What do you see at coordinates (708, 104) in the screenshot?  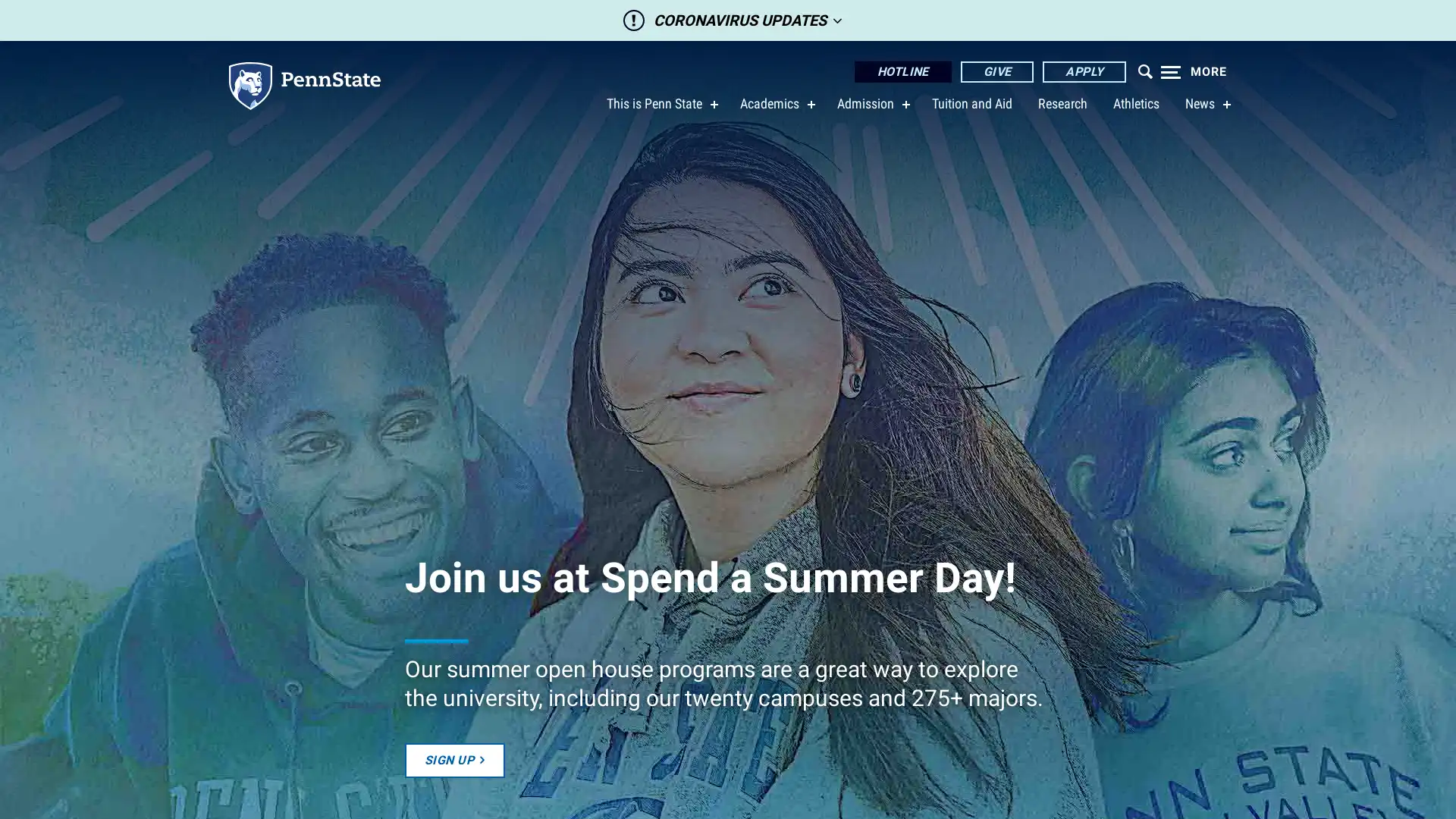 I see `show submenu for This is Penn State` at bounding box center [708, 104].